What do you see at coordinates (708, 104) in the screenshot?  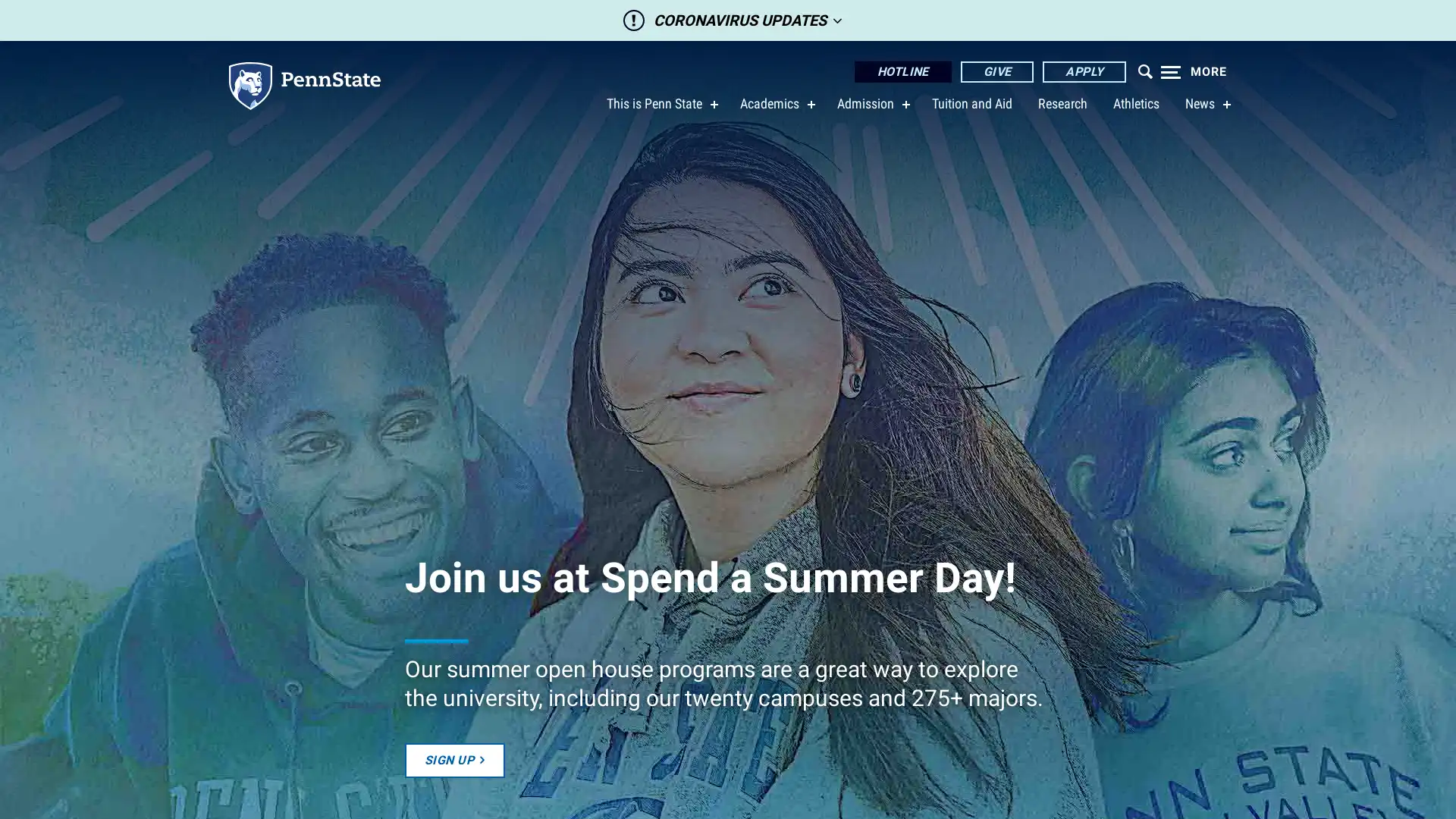 I see `show submenu for This is Penn State` at bounding box center [708, 104].